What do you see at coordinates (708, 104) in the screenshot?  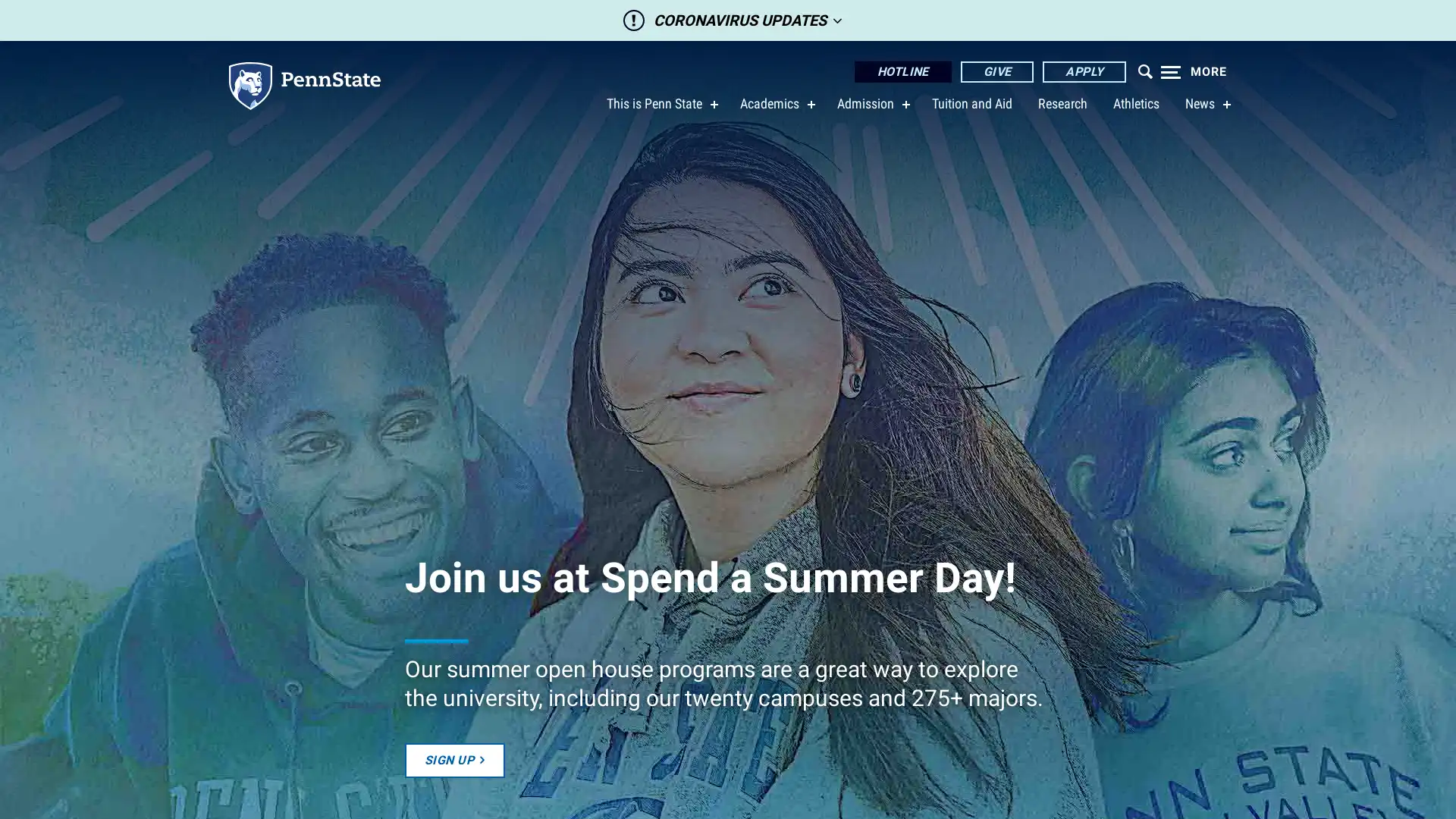 I see `show submenu for This is Penn State` at bounding box center [708, 104].